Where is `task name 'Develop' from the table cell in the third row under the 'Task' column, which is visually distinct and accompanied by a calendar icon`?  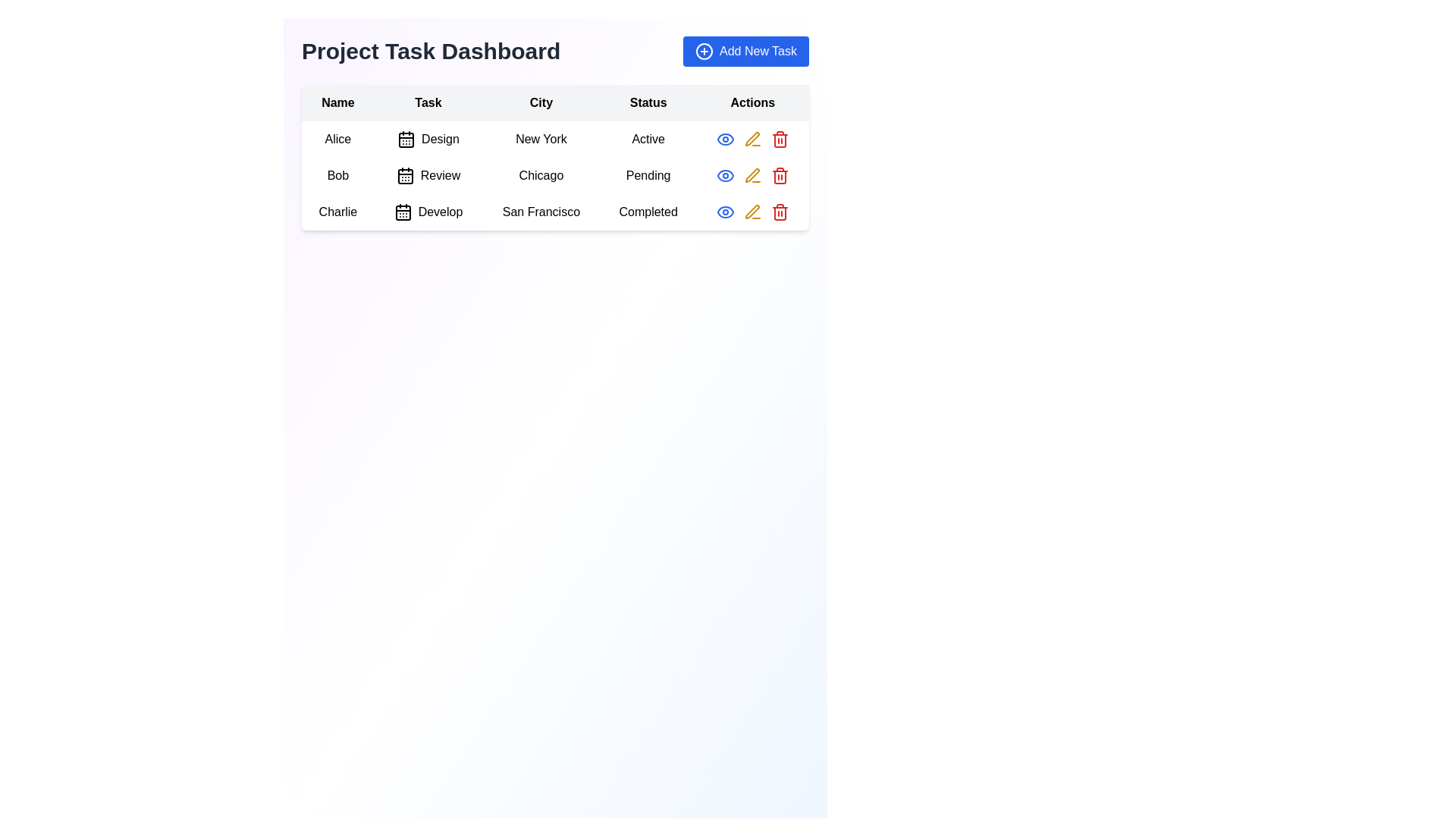 task name 'Develop' from the table cell in the third row under the 'Task' column, which is visually distinct and accompanied by a calendar icon is located at coordinates (428, 212).